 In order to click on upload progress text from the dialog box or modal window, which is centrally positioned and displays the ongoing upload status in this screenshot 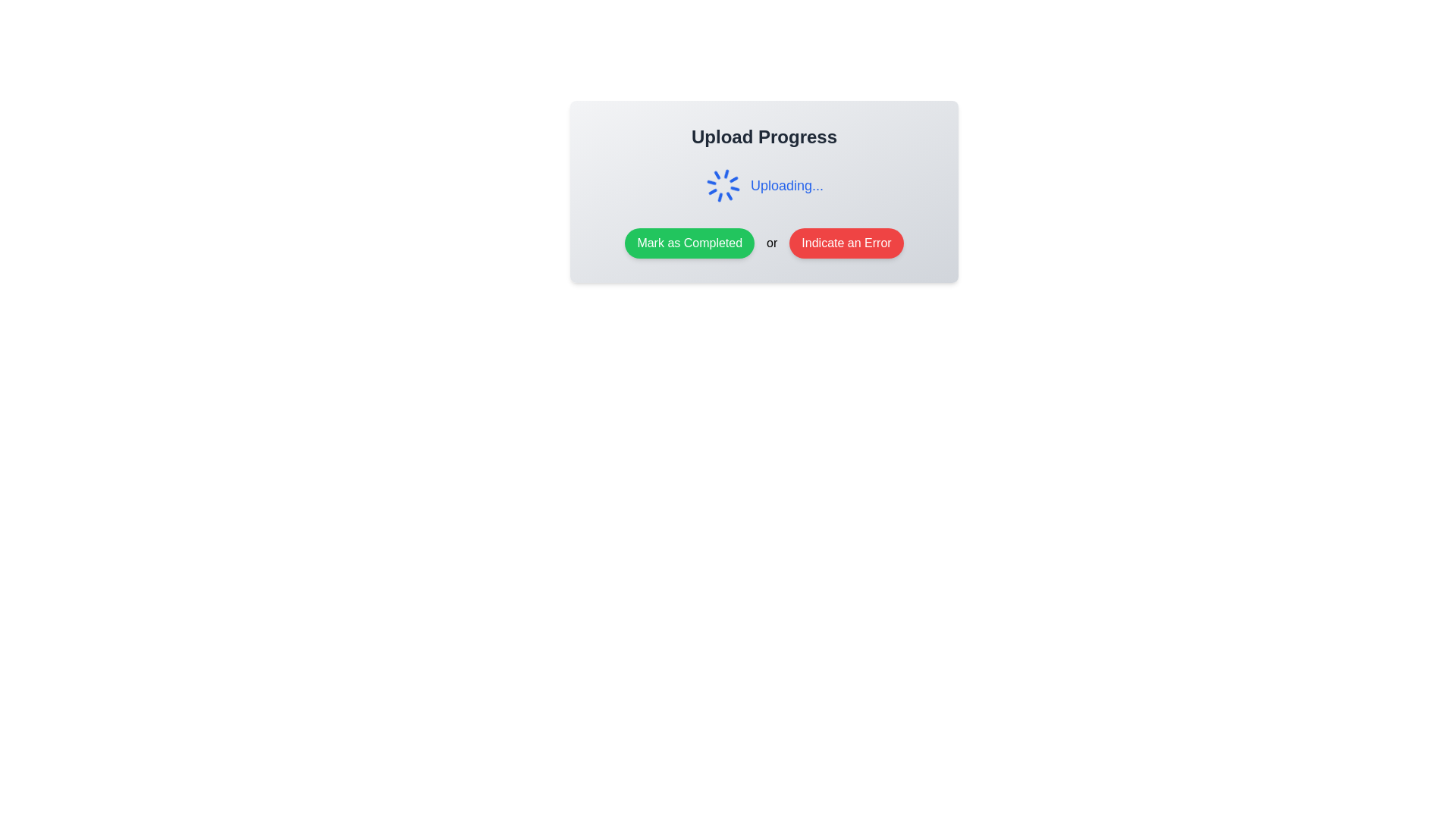, I will do `click(764, 191)`.